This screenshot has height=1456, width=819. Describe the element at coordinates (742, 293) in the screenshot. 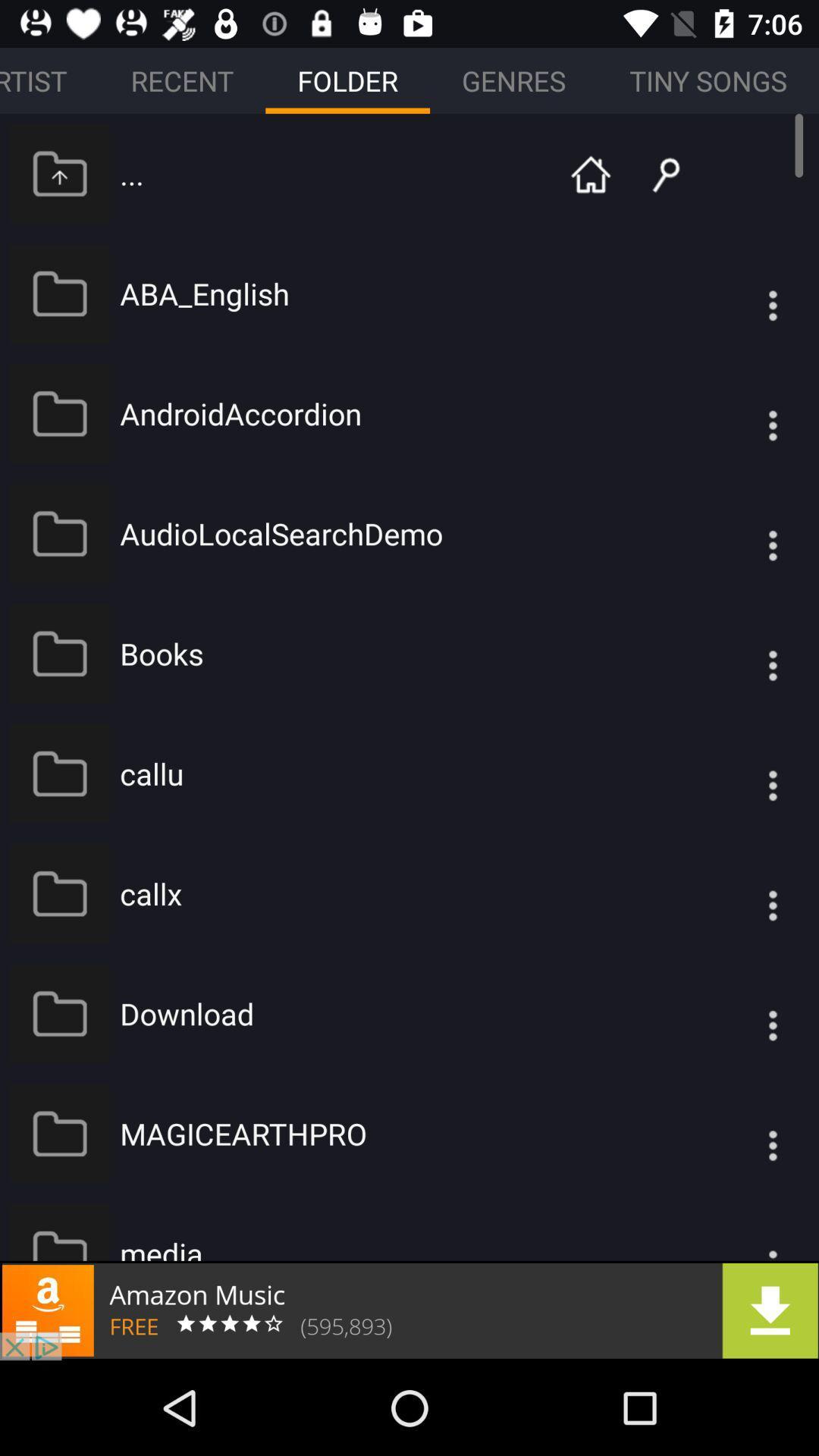

I see `chapter settings` at that location.